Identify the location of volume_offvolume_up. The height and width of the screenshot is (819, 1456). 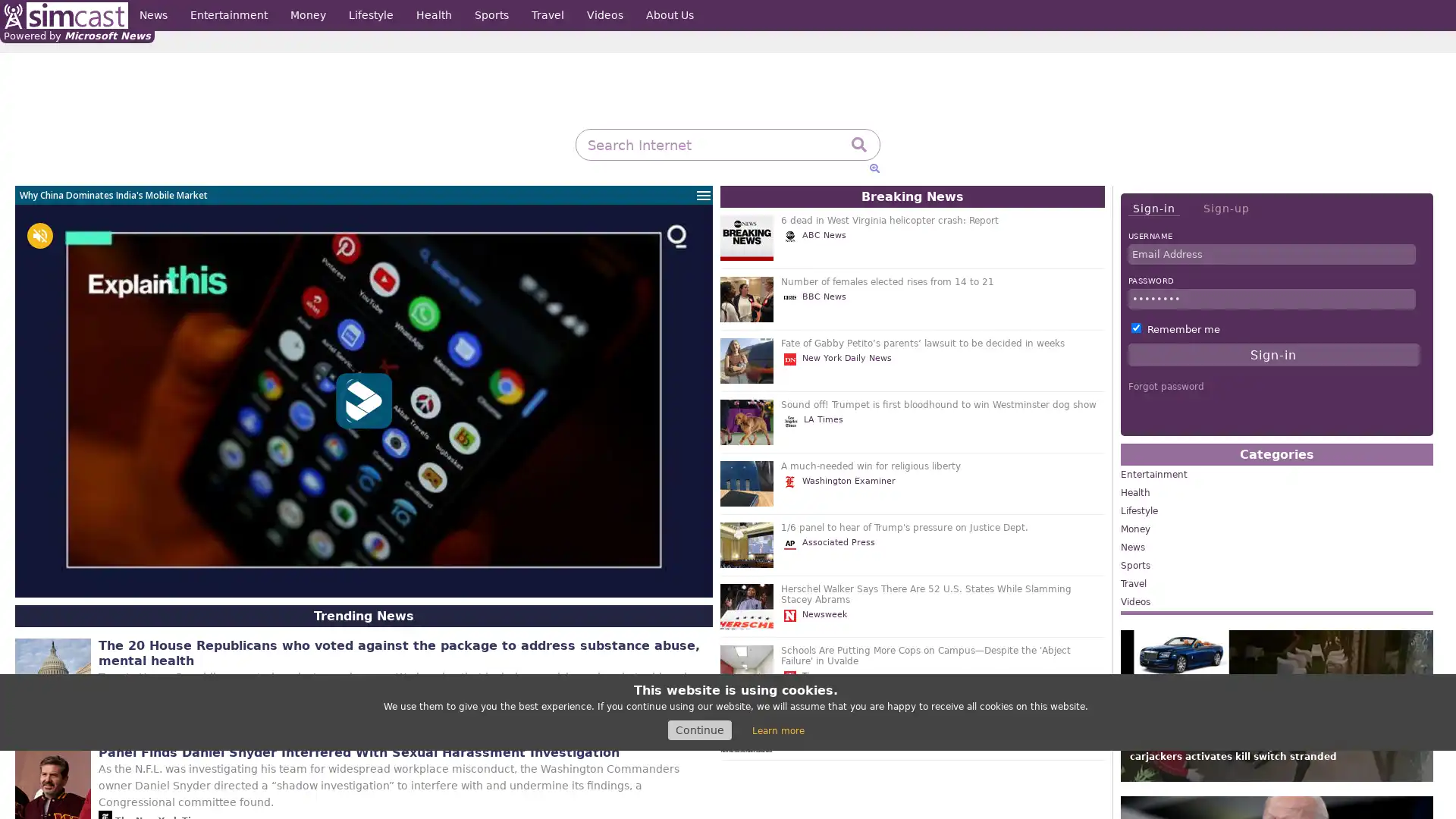
(39, 236).